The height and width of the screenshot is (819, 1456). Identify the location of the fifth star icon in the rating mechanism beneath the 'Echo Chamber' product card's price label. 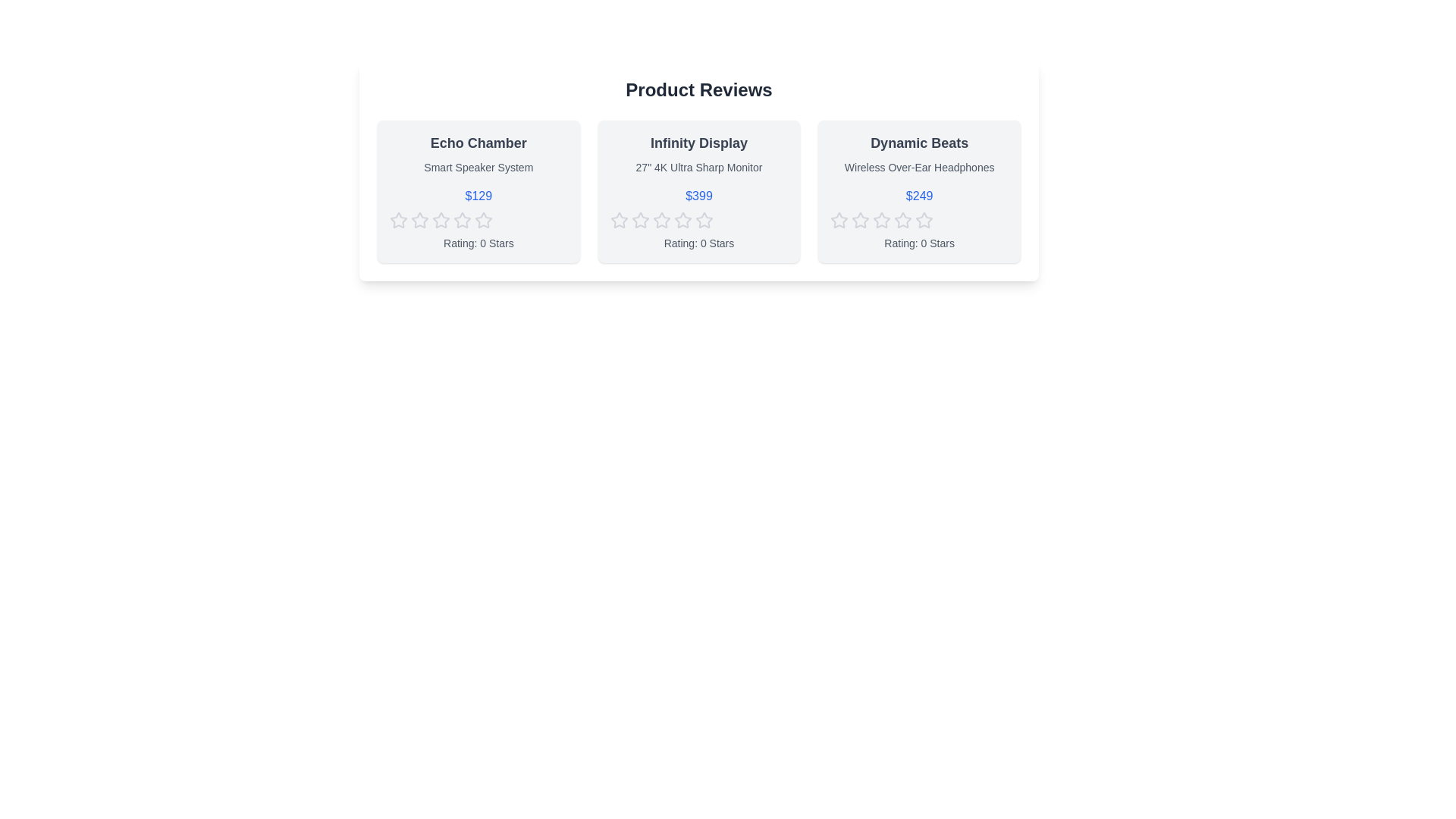
(483, 220).